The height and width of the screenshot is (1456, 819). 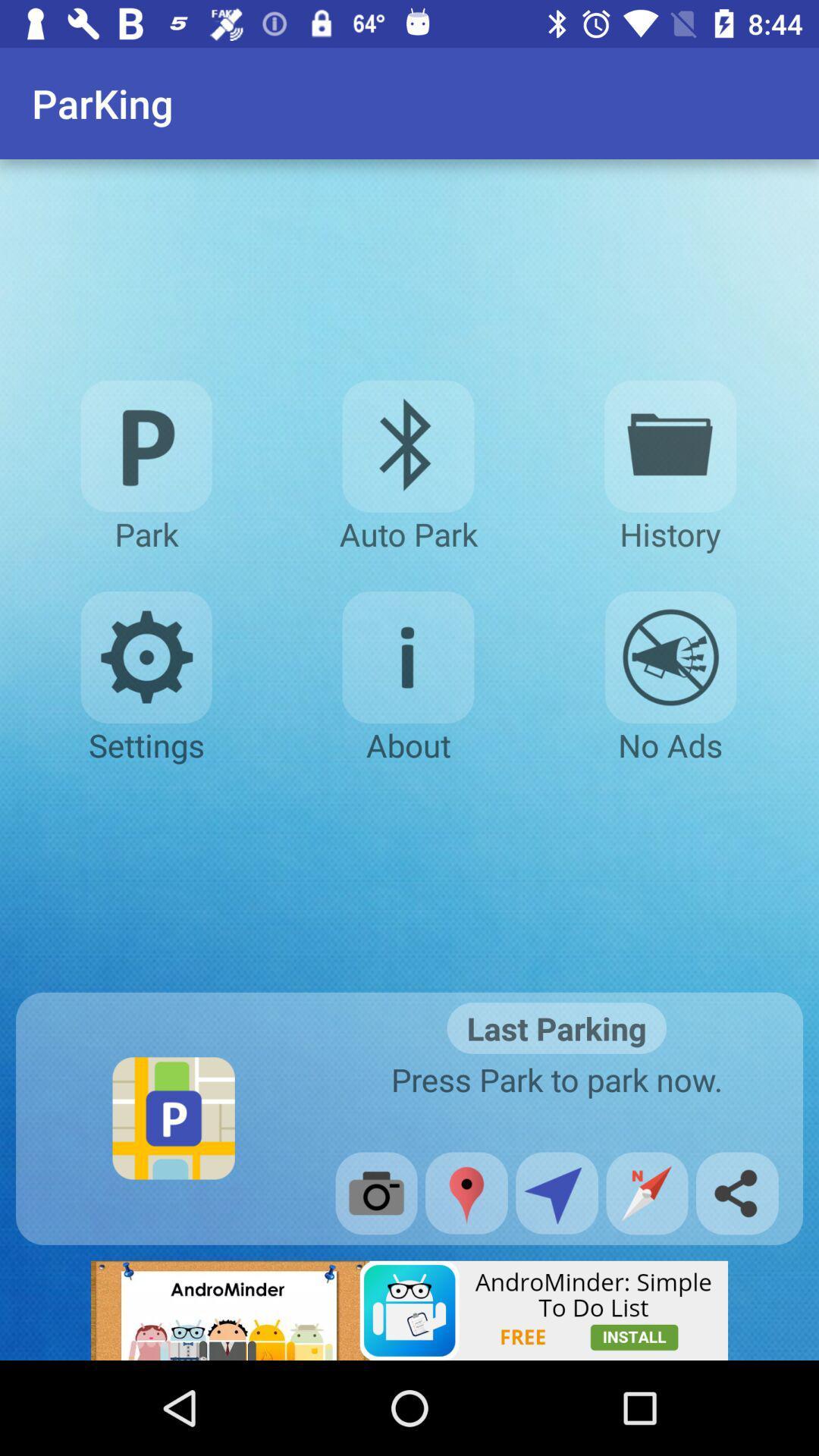 I want to click on click the park option, so click(x=146, y=445).